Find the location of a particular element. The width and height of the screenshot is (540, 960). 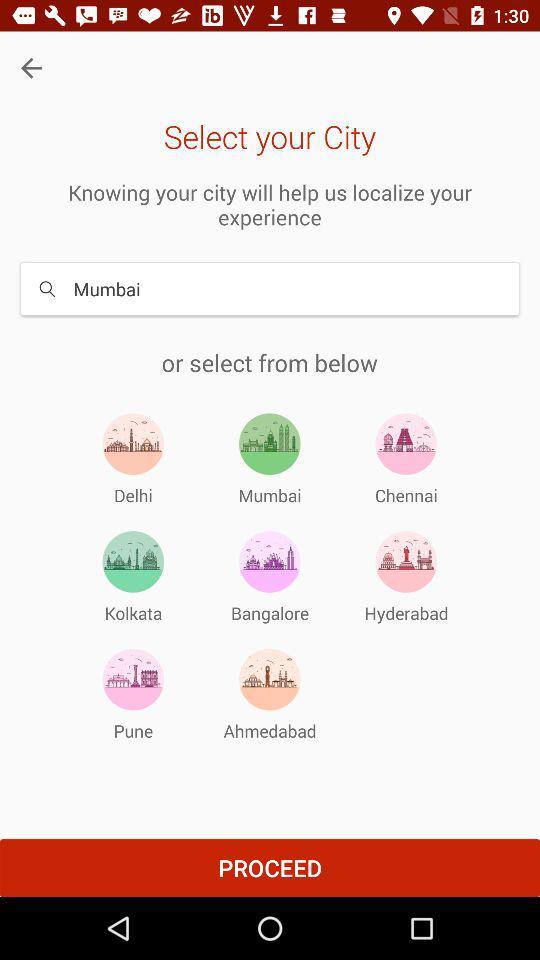

go back is located at coordinates (30, 68).